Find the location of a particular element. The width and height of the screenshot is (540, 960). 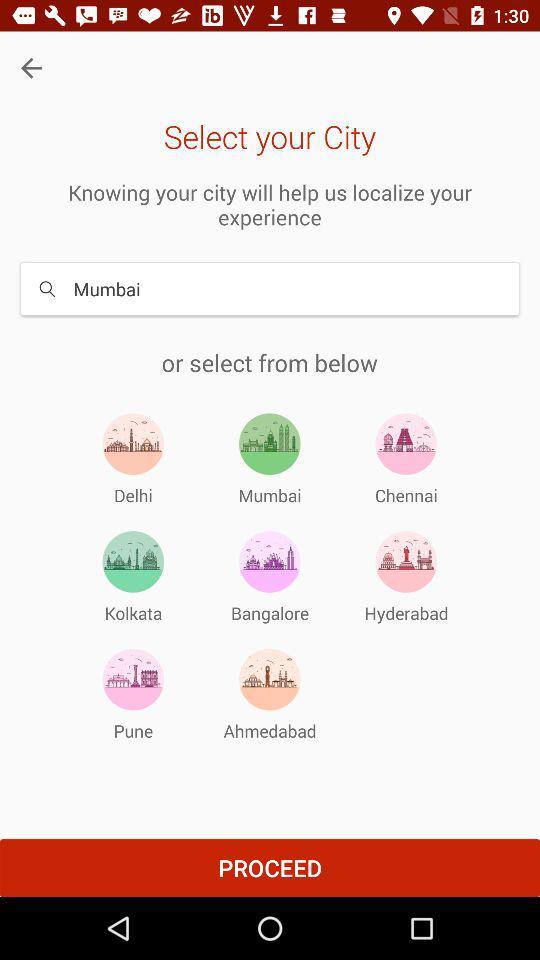

go back is located at coordinates (30, 68).